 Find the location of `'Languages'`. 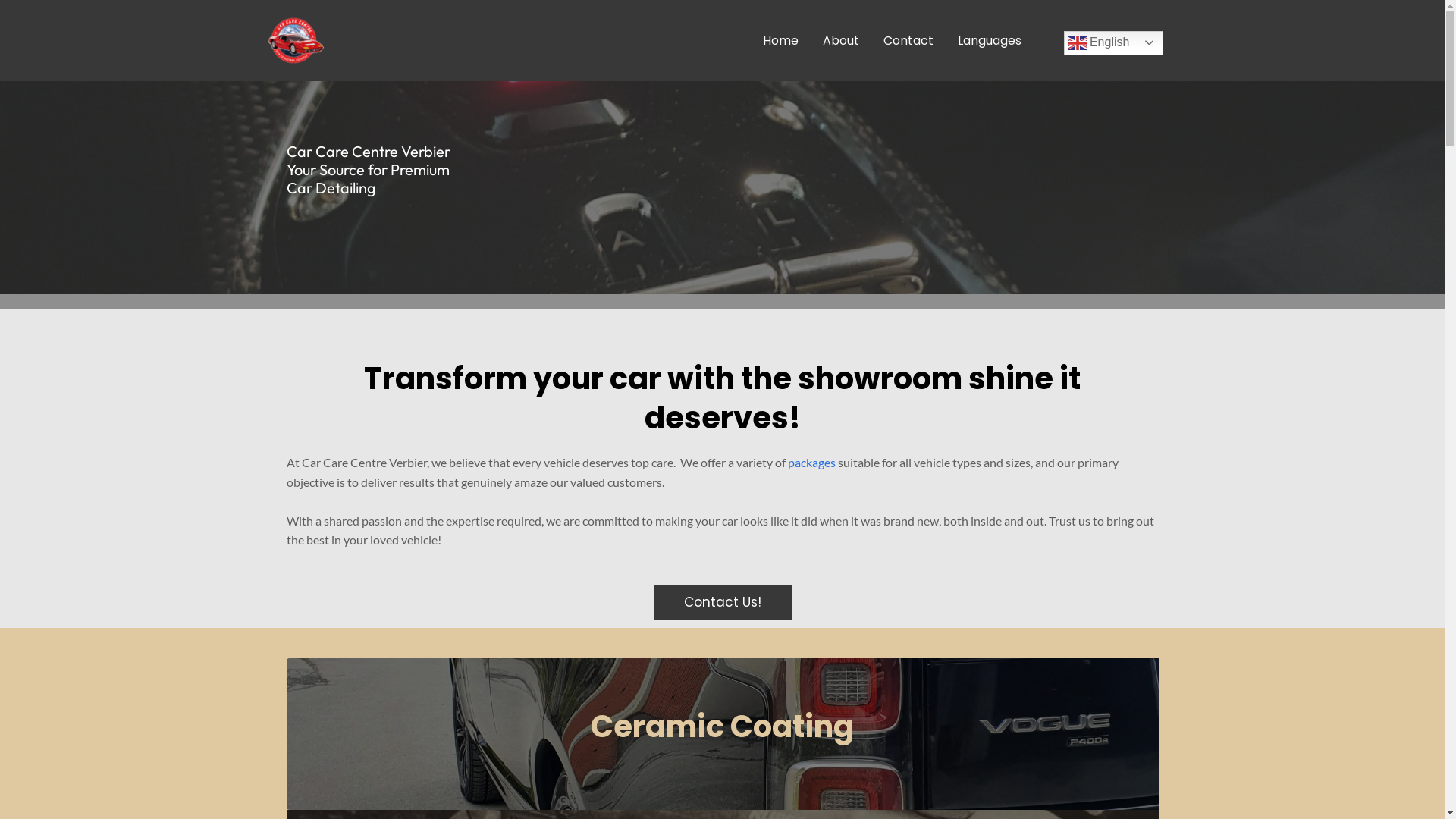

'Languages' is located at coordinates (989, 39).